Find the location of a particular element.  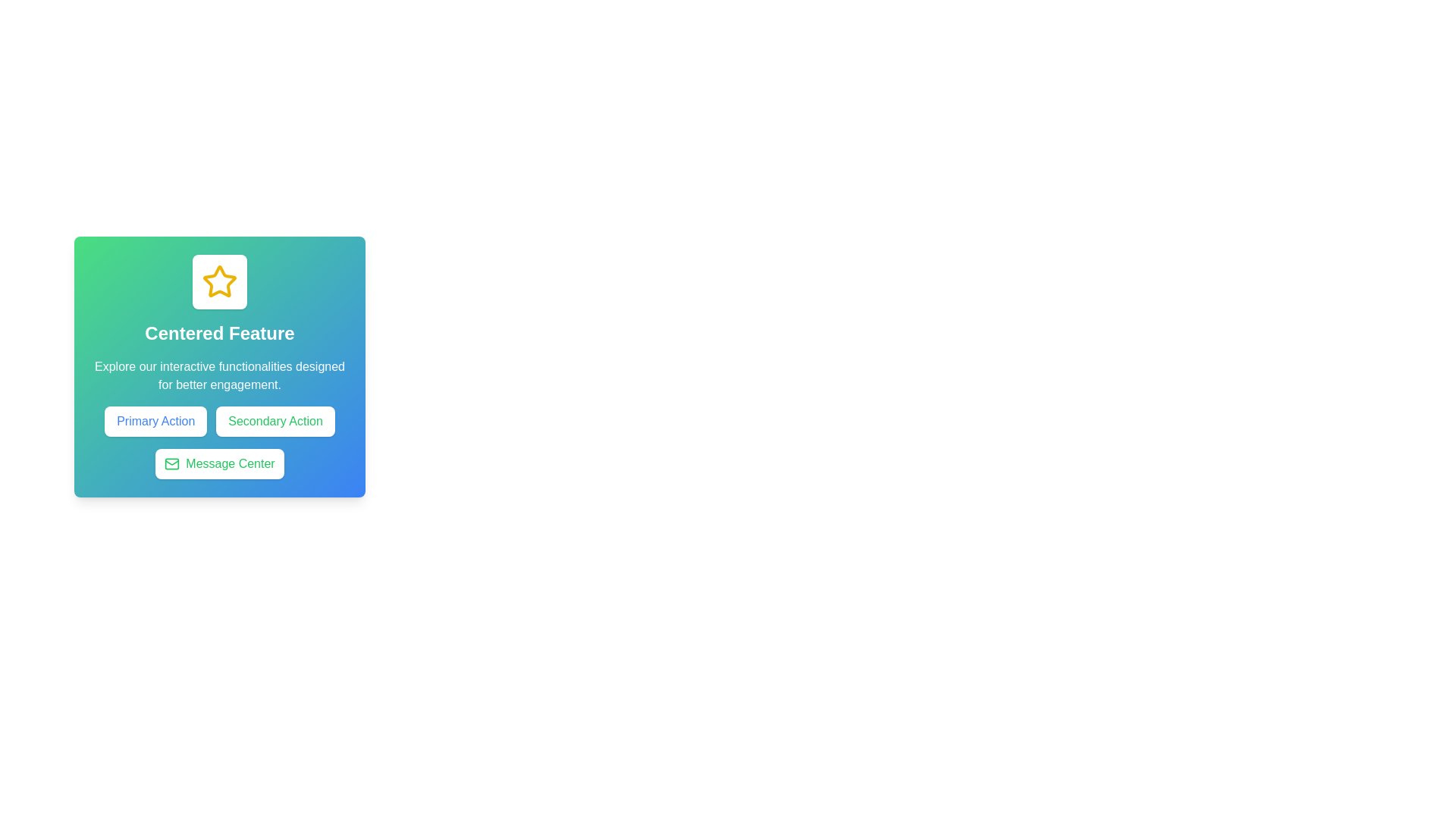

the secondary action button located to the right of the primary action button in the lower-middle section of the layout card is located at coordinates (275, 421).